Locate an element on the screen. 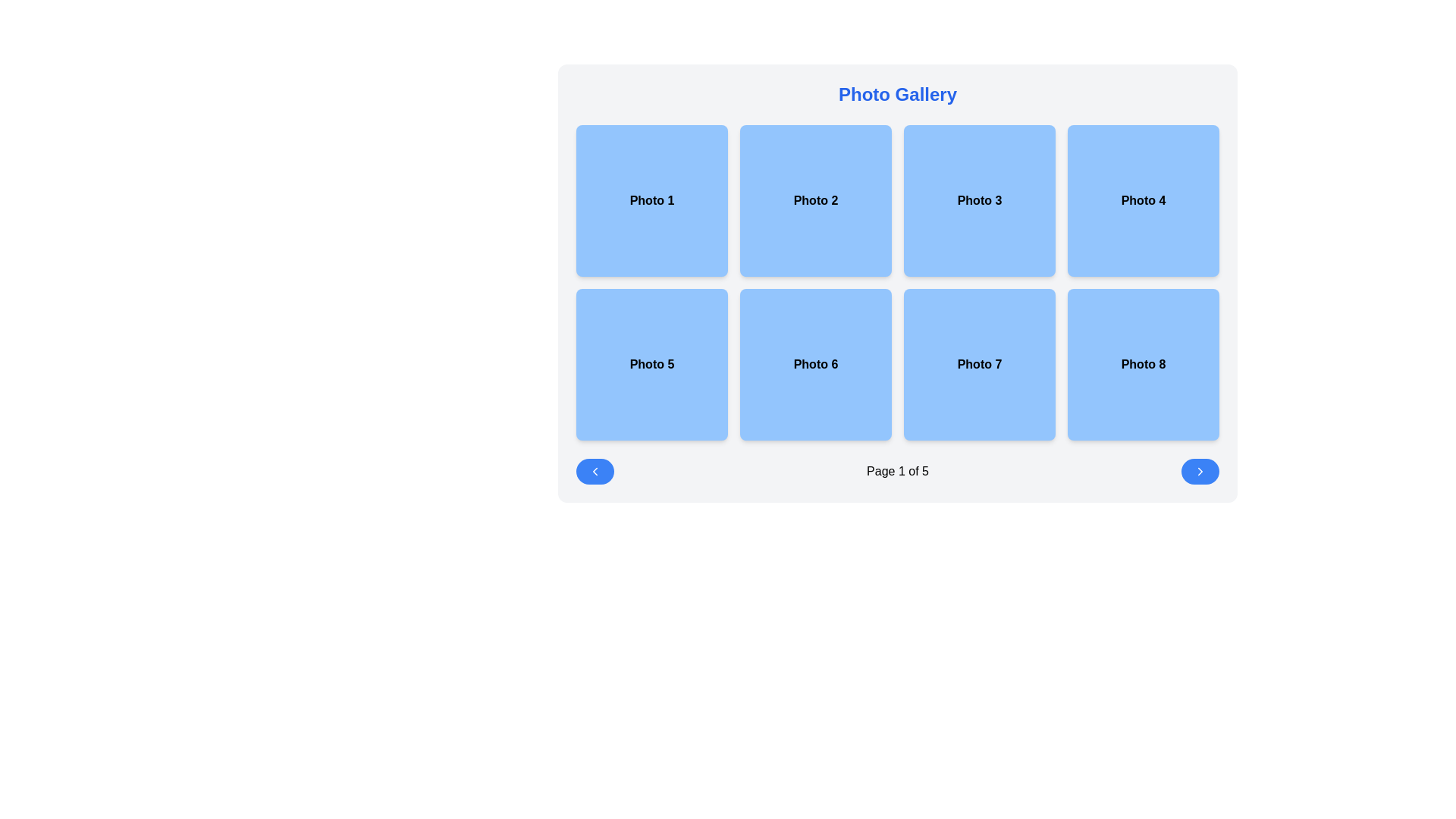  the chevron icon located within the round, blue button in the bottom-right corner of the interface is located at coordinates (1200, 470).